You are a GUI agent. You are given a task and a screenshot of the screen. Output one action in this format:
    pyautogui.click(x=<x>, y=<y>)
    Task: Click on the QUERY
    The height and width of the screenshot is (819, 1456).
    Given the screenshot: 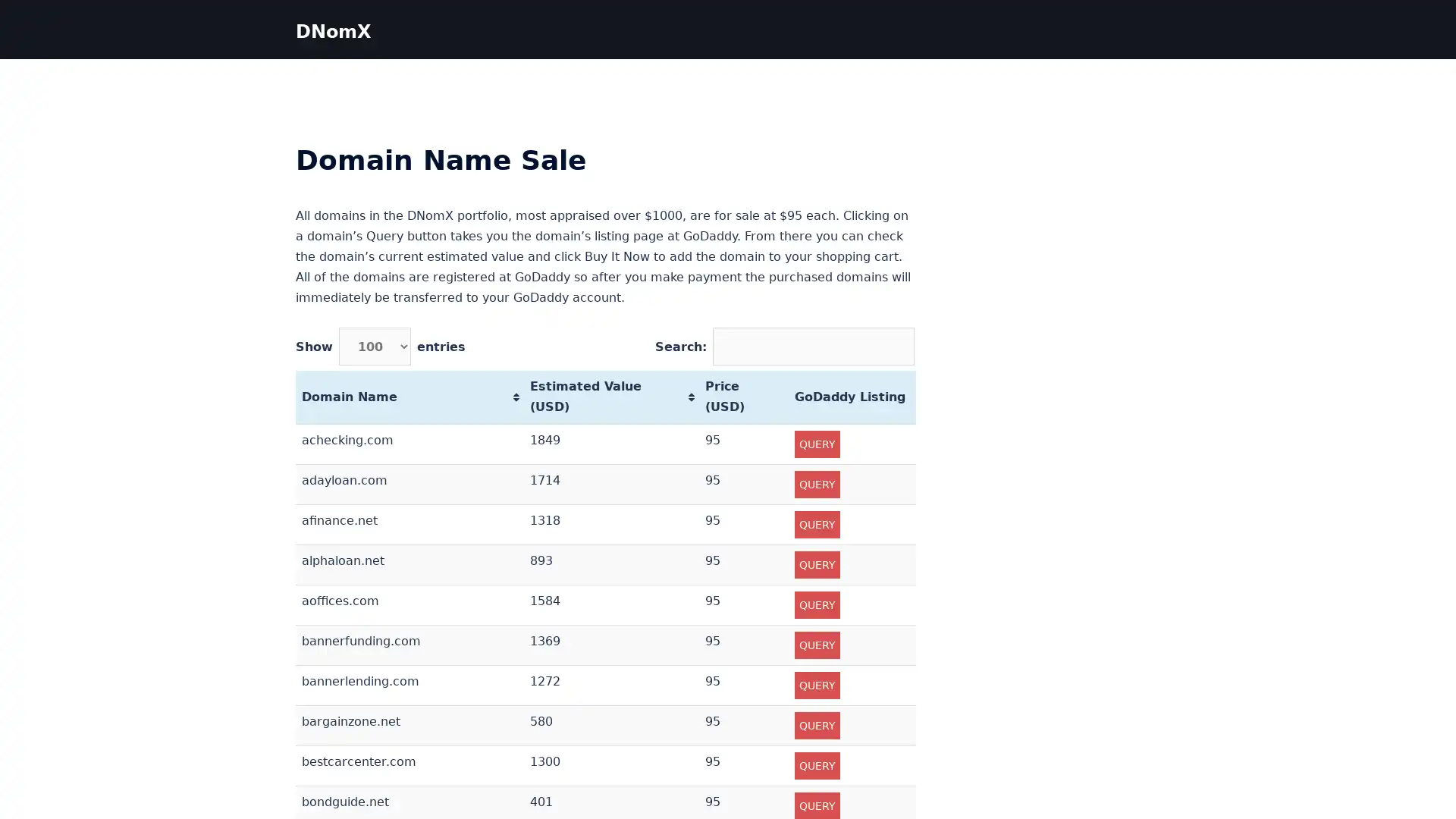 What is the action you would take?
    pyautogui.click(x=815, y=564)
    